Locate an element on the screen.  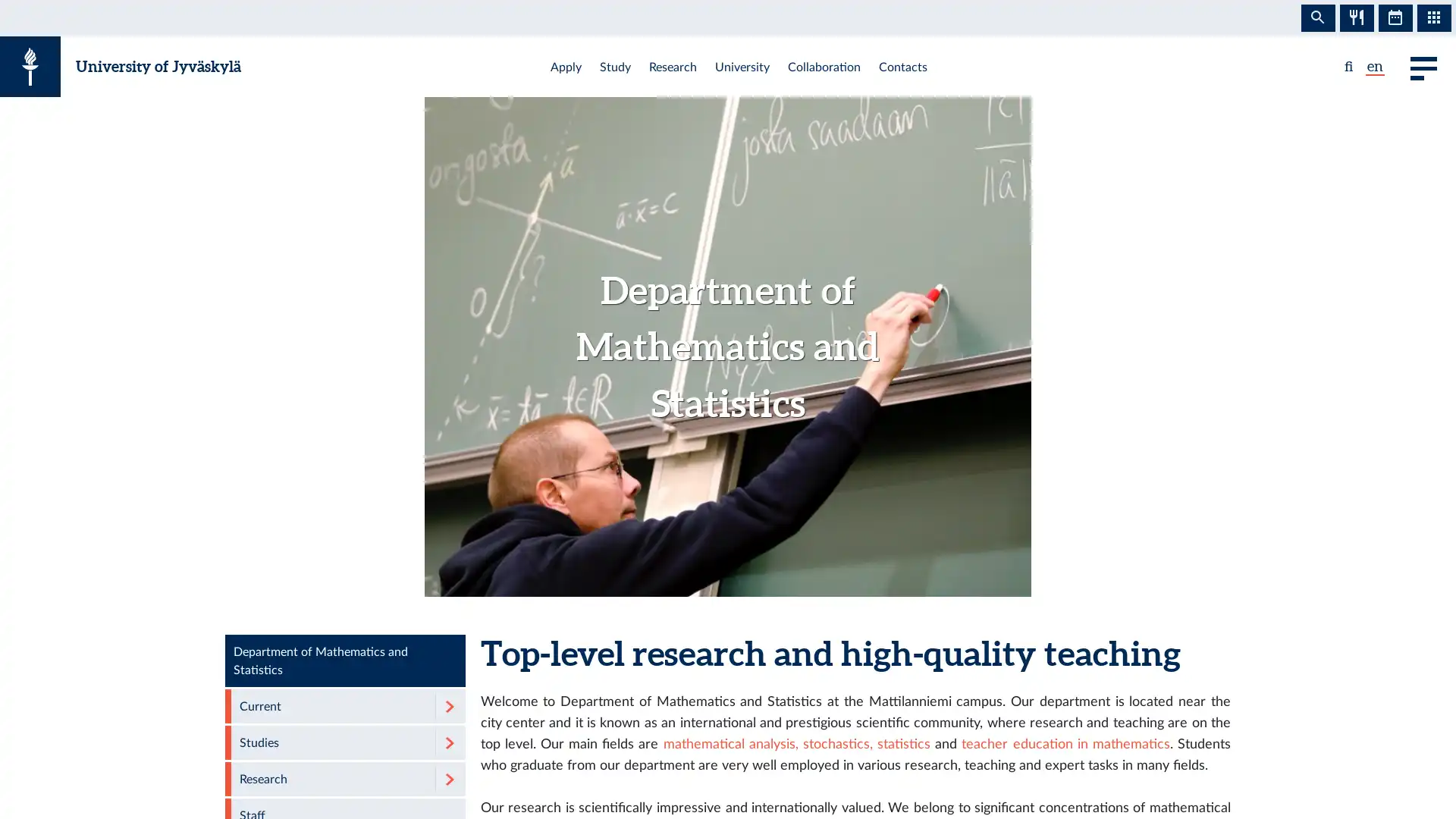
Main menu is located at coordinates (1421, 67).